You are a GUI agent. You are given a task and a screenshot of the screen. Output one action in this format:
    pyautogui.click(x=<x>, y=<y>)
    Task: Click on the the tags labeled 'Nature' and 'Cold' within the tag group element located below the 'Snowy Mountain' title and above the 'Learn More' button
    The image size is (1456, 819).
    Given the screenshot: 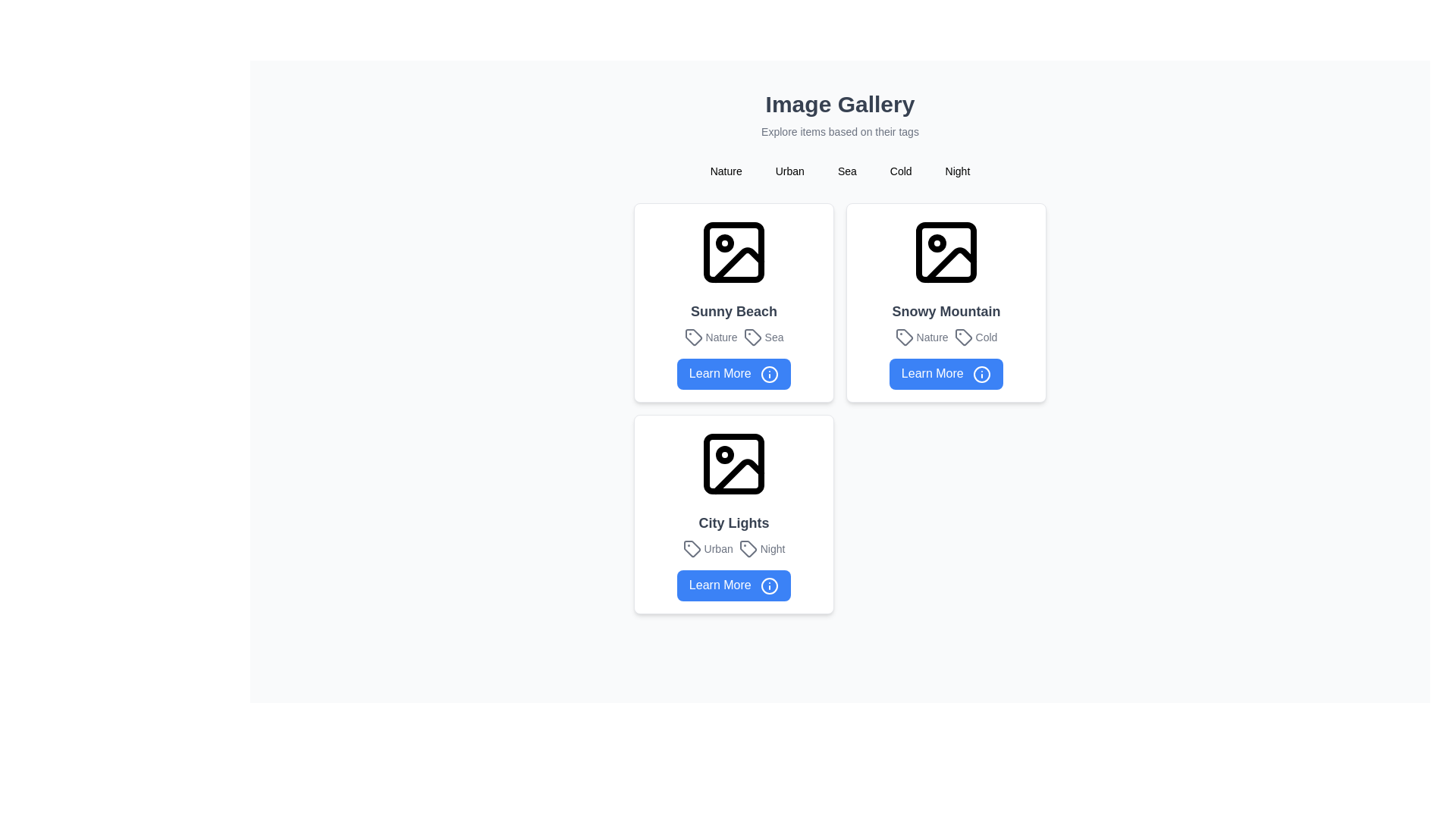 What is the action you would take?
    pyautogui.click(x=946, y=336)
    